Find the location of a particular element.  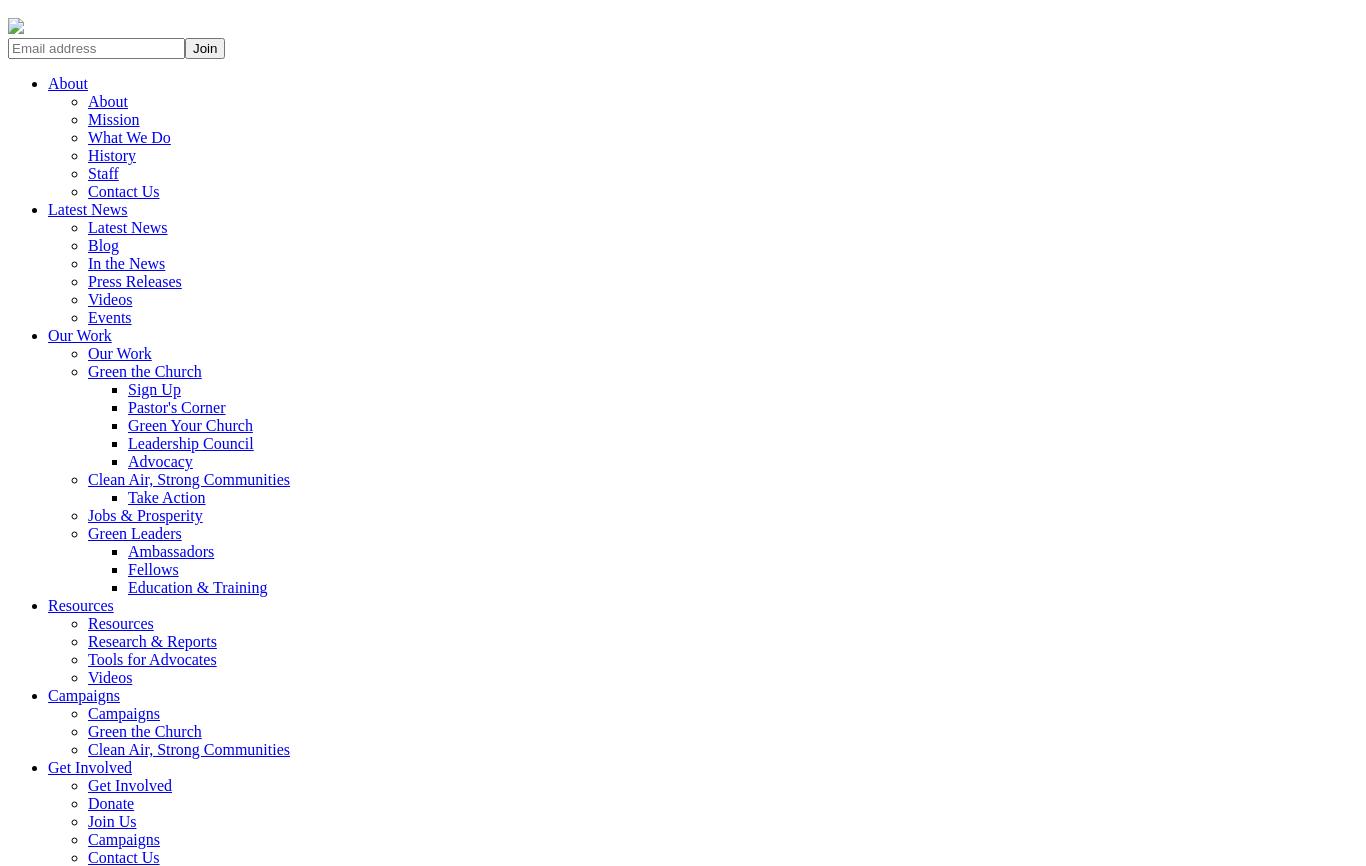

'Press Releases' is located at coordinates (133, 280).